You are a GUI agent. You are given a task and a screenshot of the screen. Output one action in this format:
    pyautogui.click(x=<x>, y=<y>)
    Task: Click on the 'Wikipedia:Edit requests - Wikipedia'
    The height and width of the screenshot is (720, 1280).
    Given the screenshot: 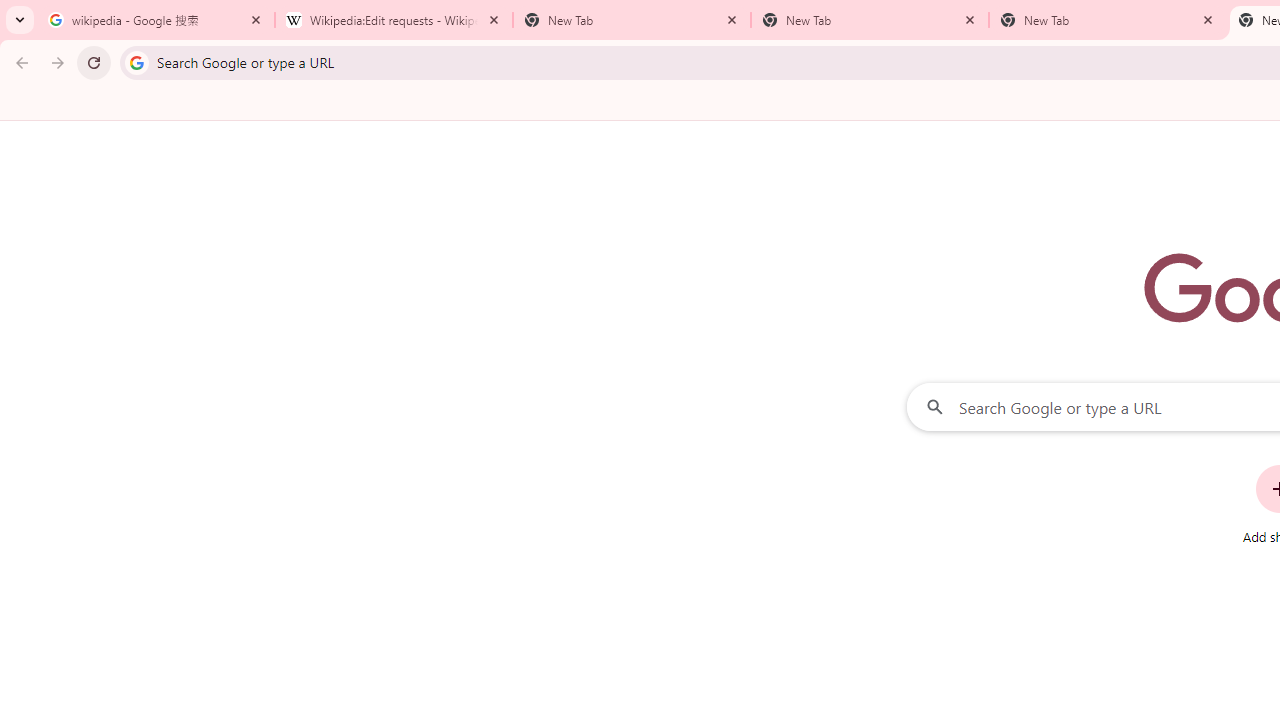 What is the action you would take?
    pyautogui.click(x=394, y=20)
    